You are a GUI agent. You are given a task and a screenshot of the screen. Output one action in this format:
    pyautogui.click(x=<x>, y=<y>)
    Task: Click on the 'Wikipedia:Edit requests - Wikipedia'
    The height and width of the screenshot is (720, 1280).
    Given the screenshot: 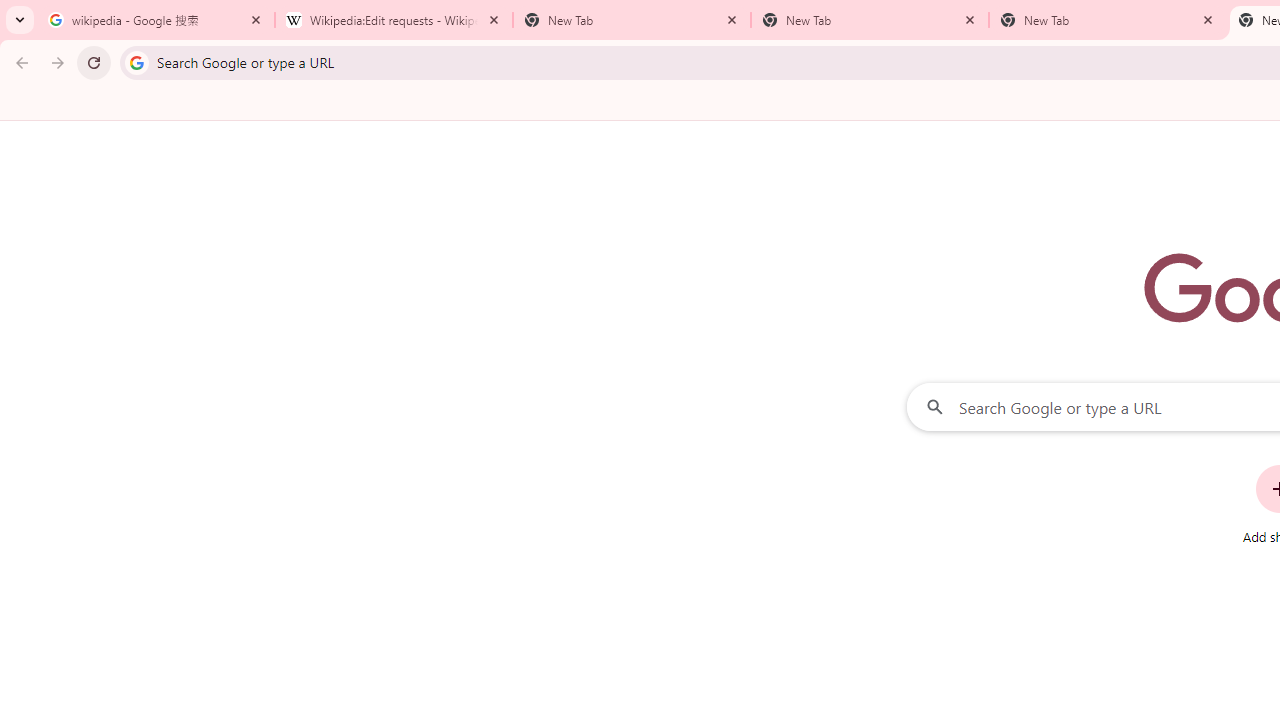 What is the action you would take?
    pyautogui.click(x=394, y=20)
    